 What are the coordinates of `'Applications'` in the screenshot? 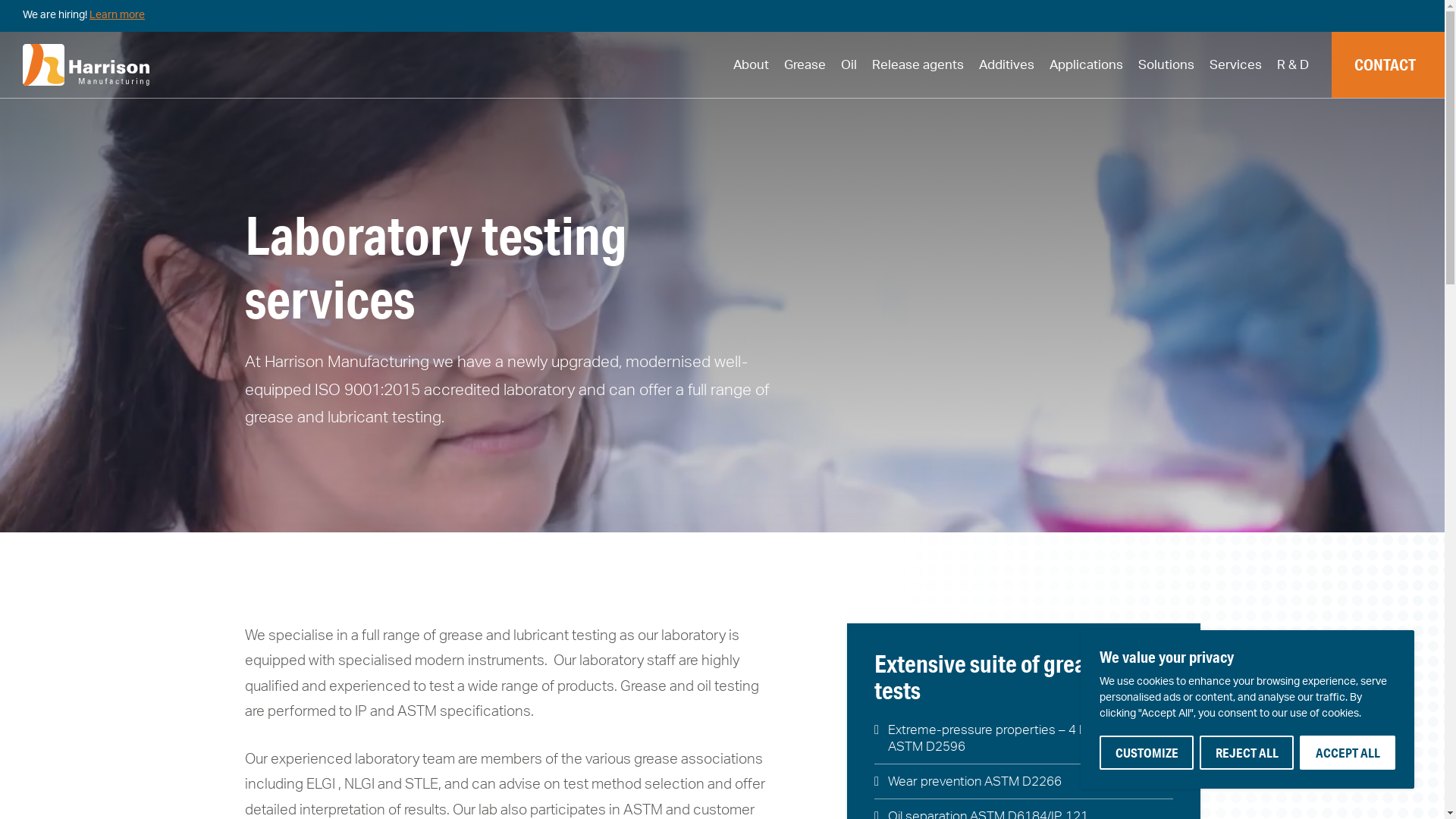 It's located at (1048, 64).